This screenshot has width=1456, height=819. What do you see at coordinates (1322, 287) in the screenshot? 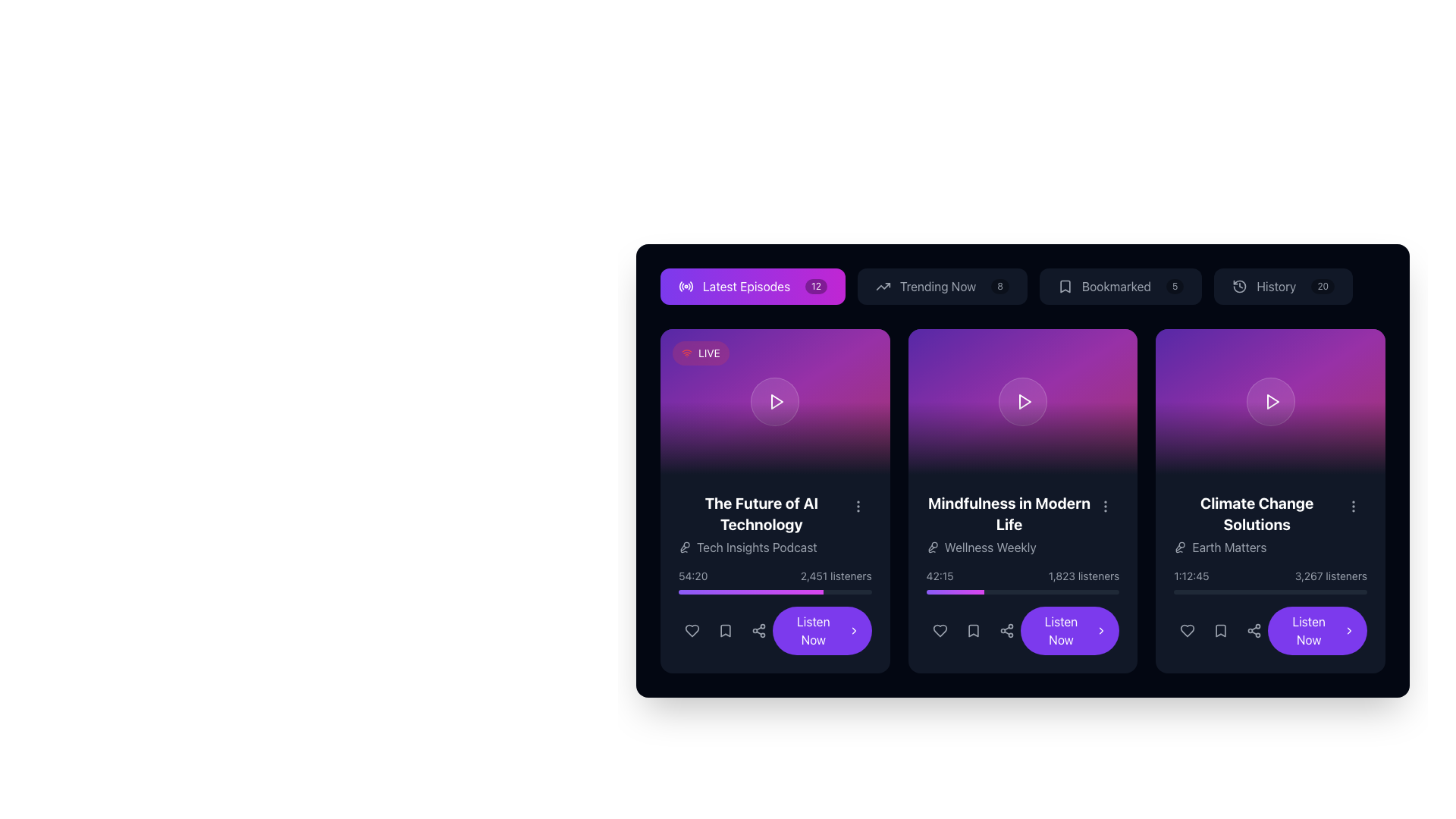
I see `the Indicator Badge at the far right end of the 'History' button in the navigation menu, which represents a count or quantity associated with history` at bounding box center [1322, 287].